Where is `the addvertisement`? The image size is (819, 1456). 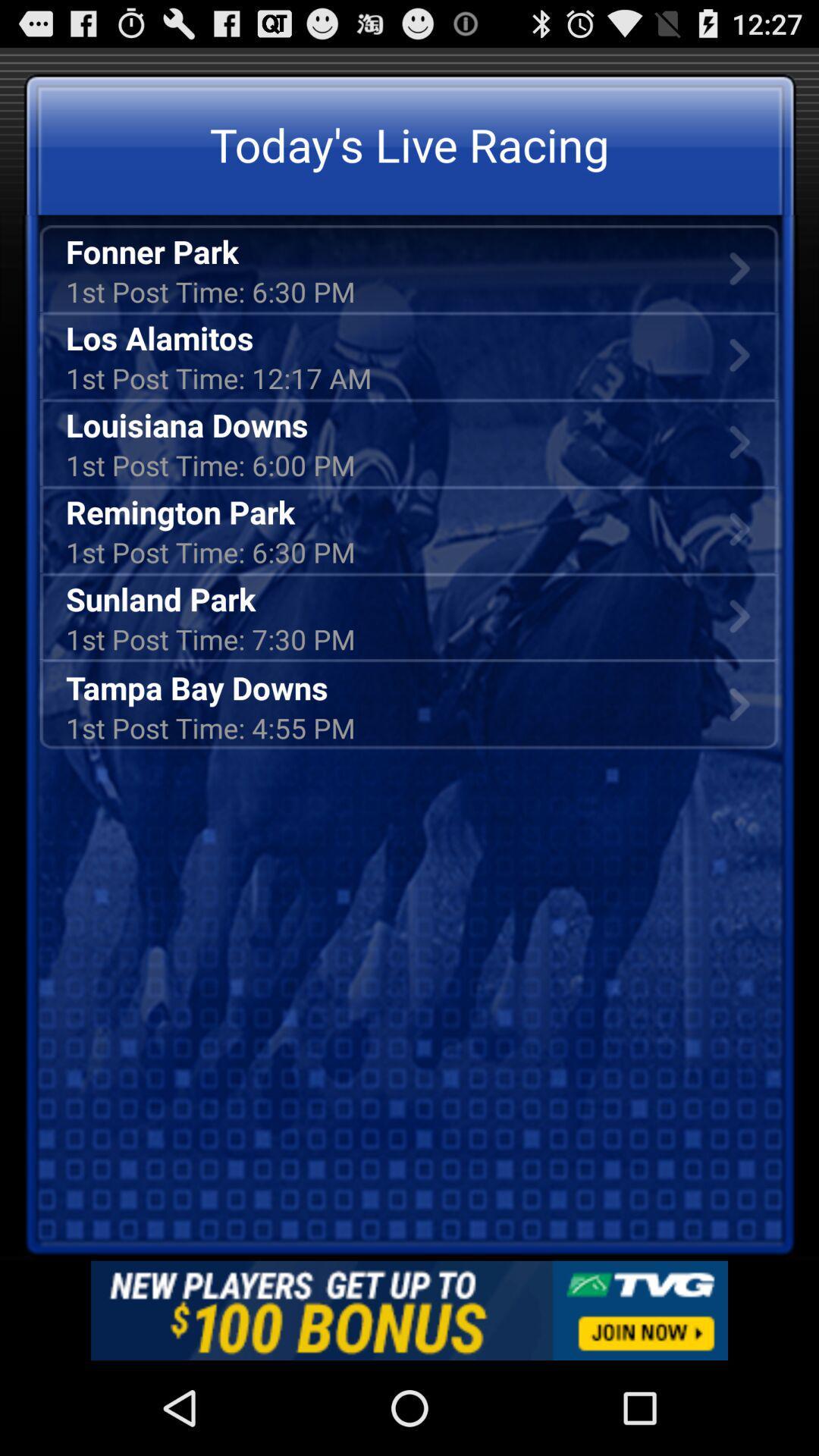 the addvertisement is located at coordinates (409, 1310).